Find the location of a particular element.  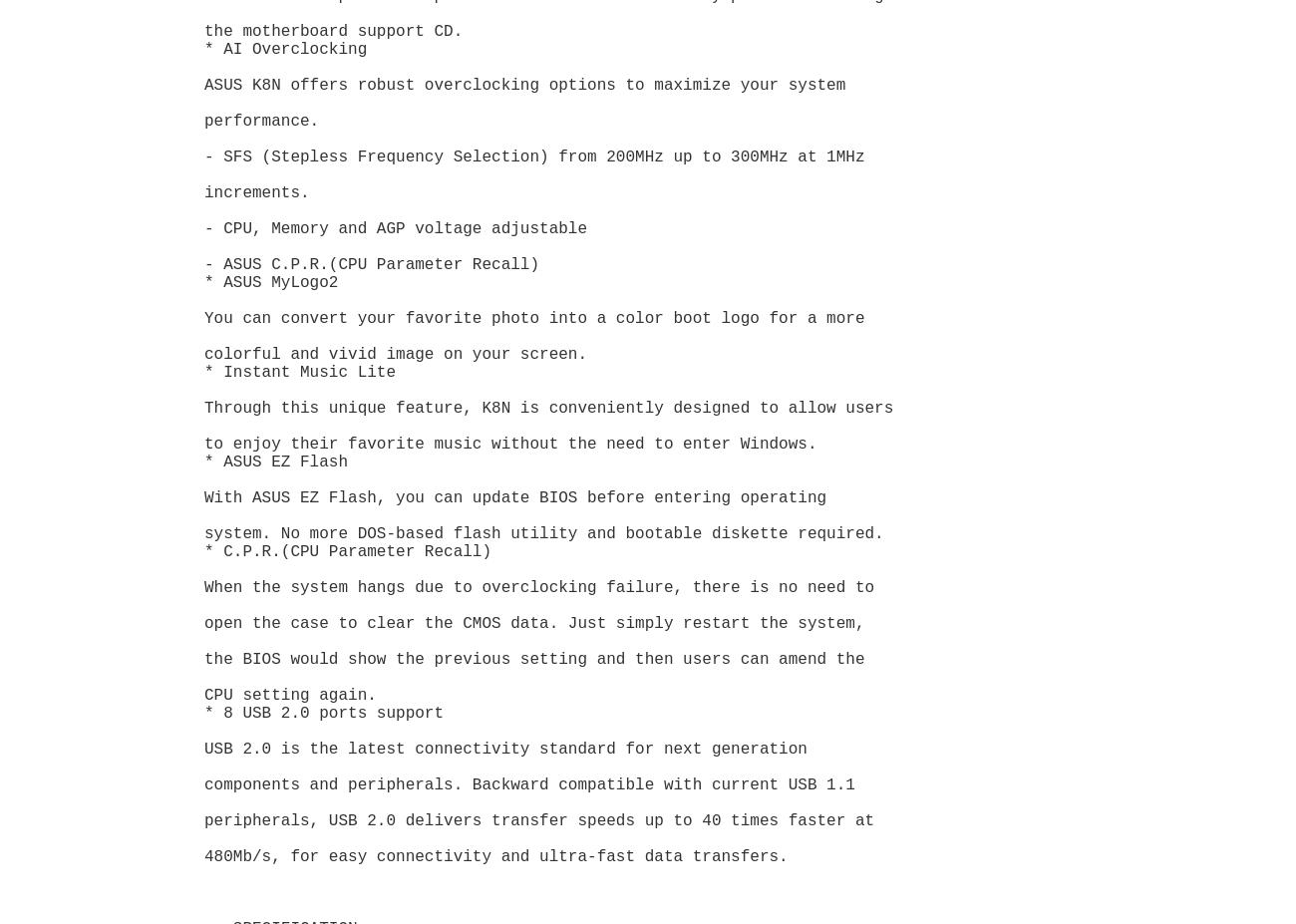

'* 8 USB 2.0 ports support' is located at coordinates (324, 713).